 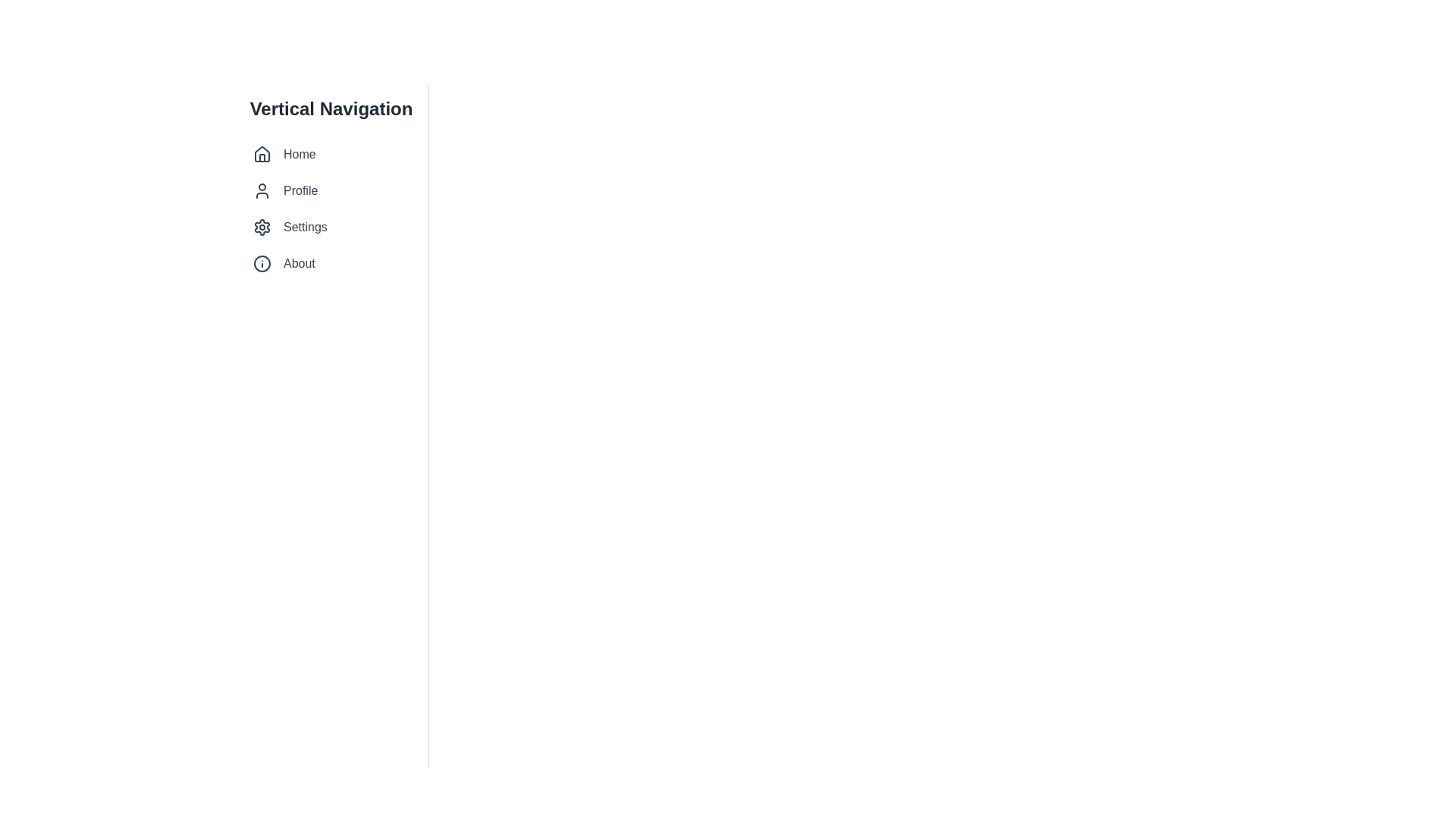 I want to click on the text label that reads 'Vertical Navigation', which is styled with large, bold text in dark gray, located at the top of the vertical navigation sidebar, so click(x=330, y=108).